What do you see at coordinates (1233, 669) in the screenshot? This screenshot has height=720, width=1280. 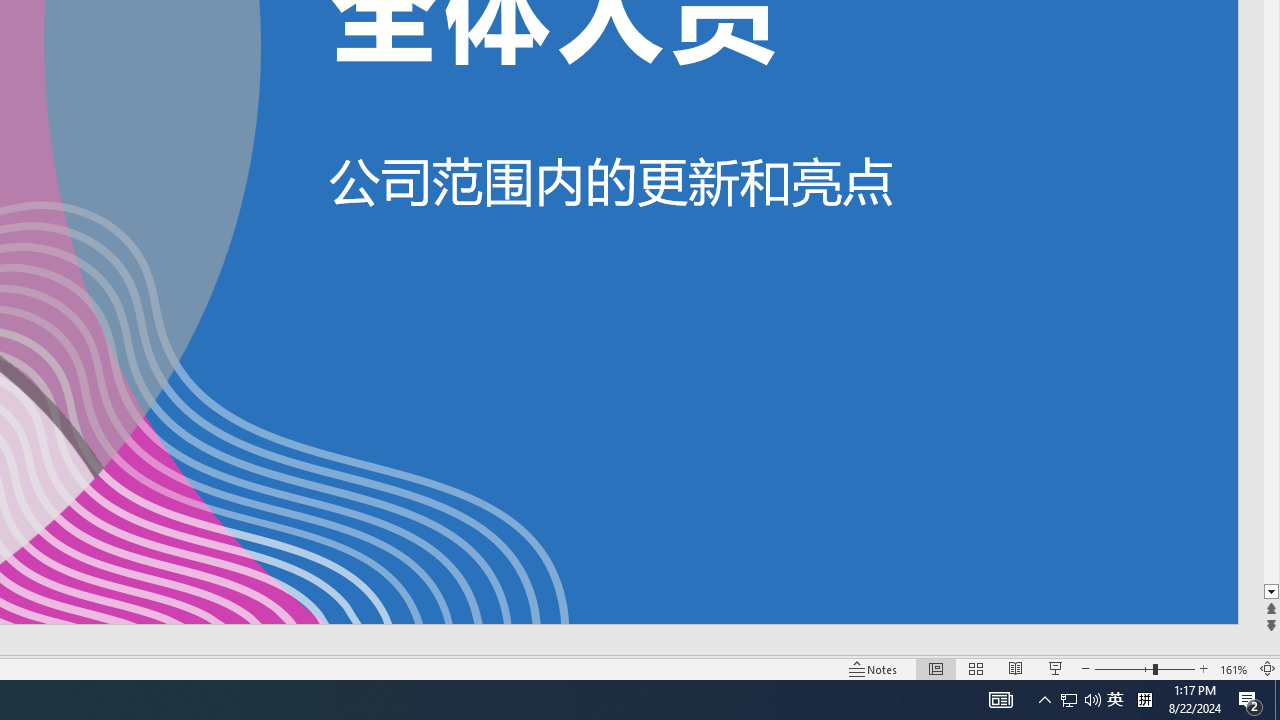 I see `'Zoom 161%'` at bounding box center [1233, 669].